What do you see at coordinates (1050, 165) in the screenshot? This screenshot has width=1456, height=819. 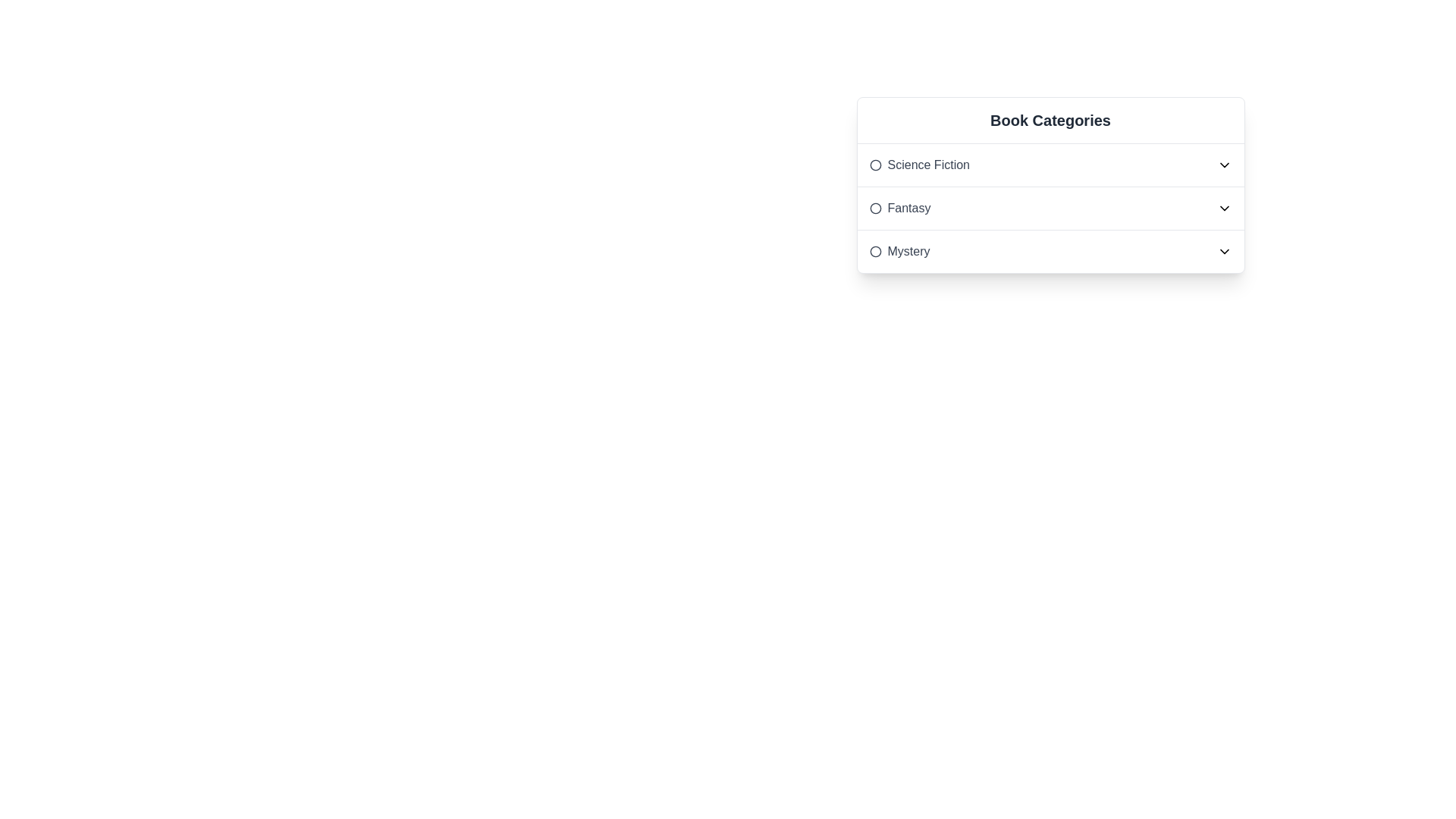 I see `the dropdown arrow of the 'Science Fiction' category item in the list of book categories` at bounding box center [1050, 165].